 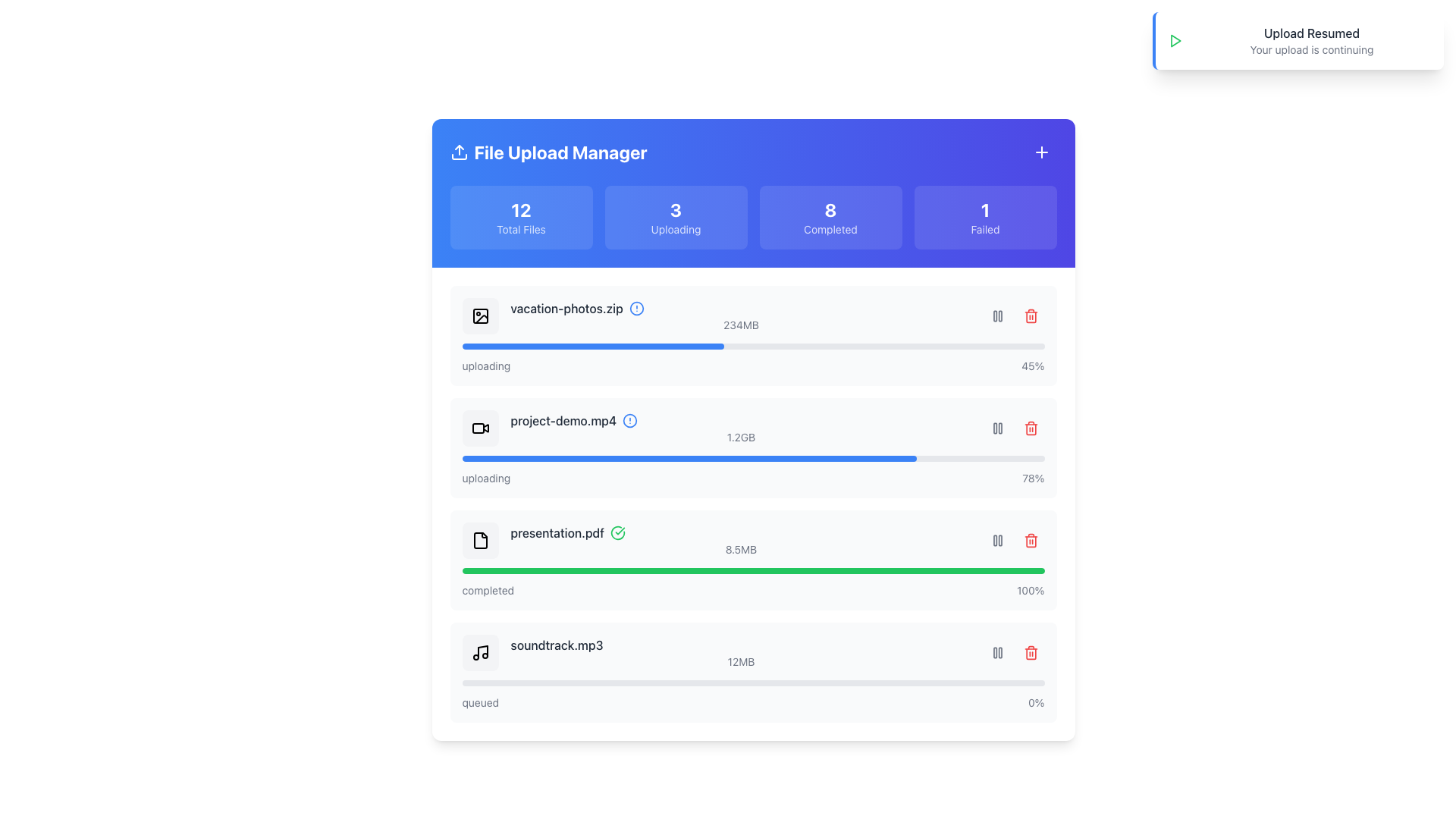 I want to click on text label element displaying 'Upload Resumed' in a notification box at the top-right corner of the interface, so click(x=1310, y=33).